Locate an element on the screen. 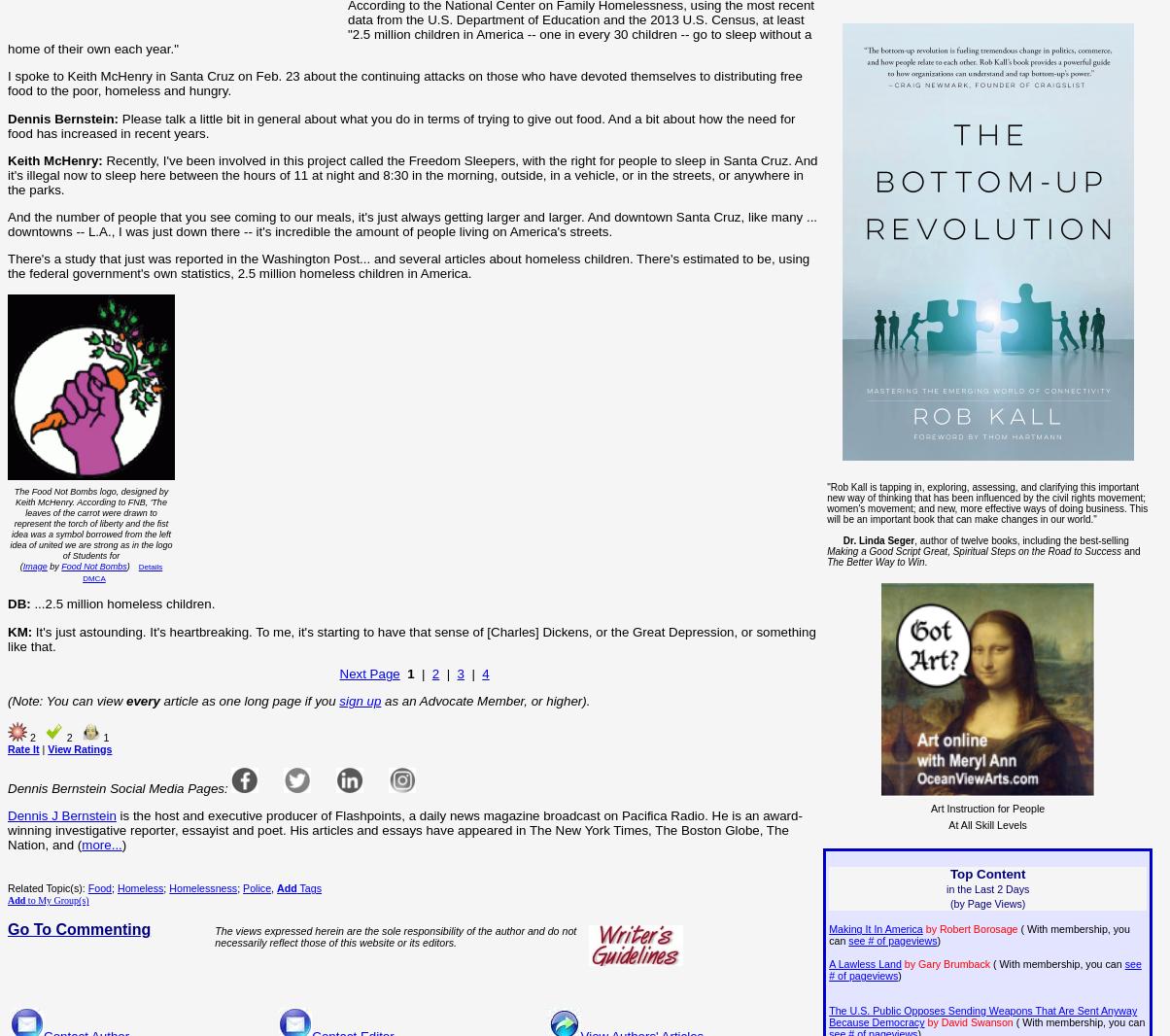 Image resolution: width=1170 pixels, height=1036 pixels. '...2.5 million homeless children.' is located at coordinates (122, 603).